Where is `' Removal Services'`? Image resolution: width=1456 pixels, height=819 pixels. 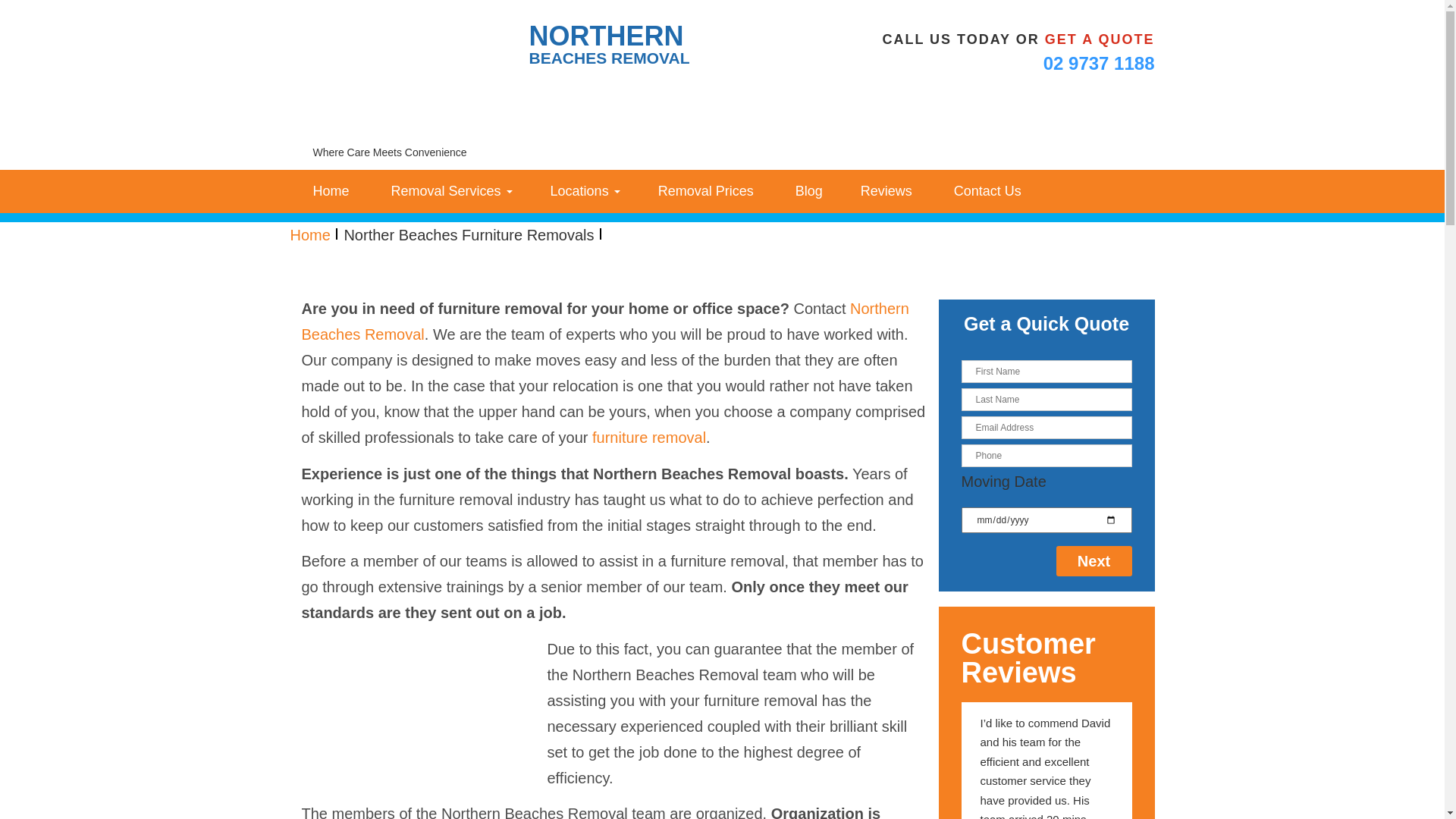
' Removal Services' is located at coordinates (449, 190).